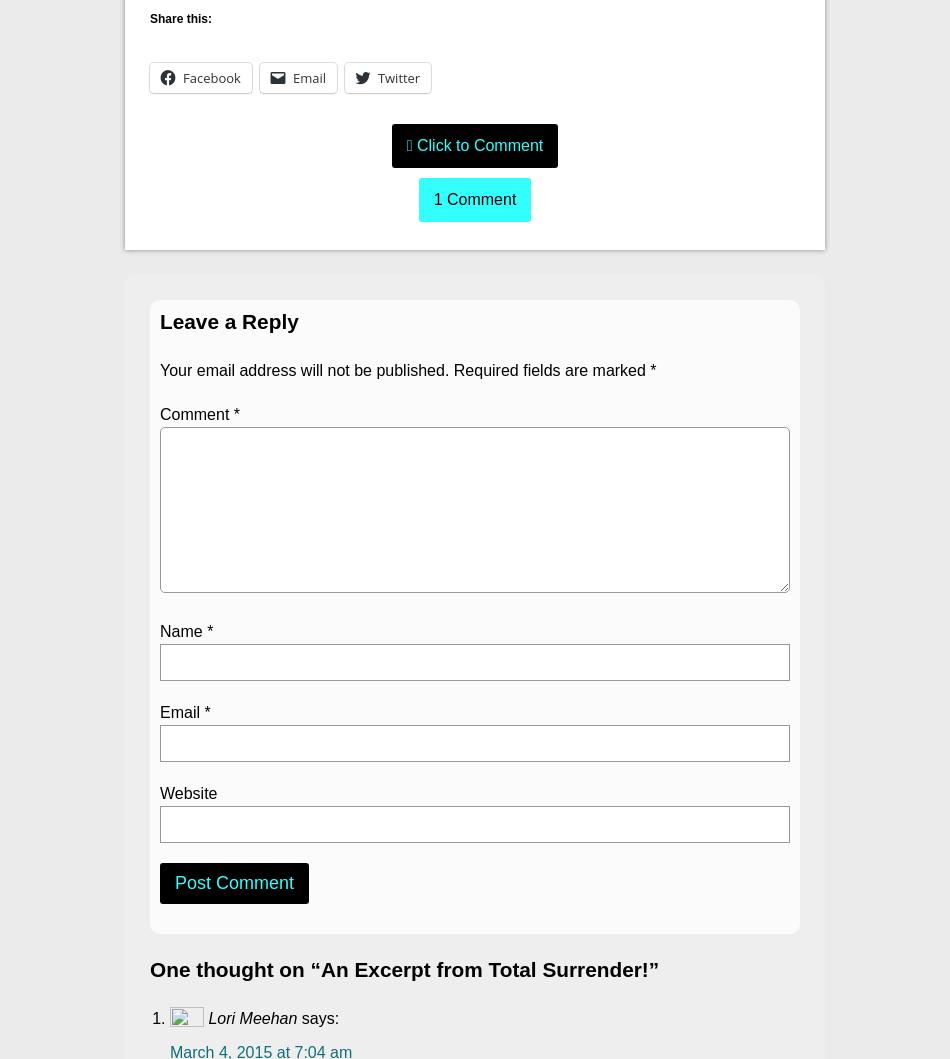 This screenshot has width=950, height=1059. I want to click on 'Lori Meehan', so click(251, 1017).